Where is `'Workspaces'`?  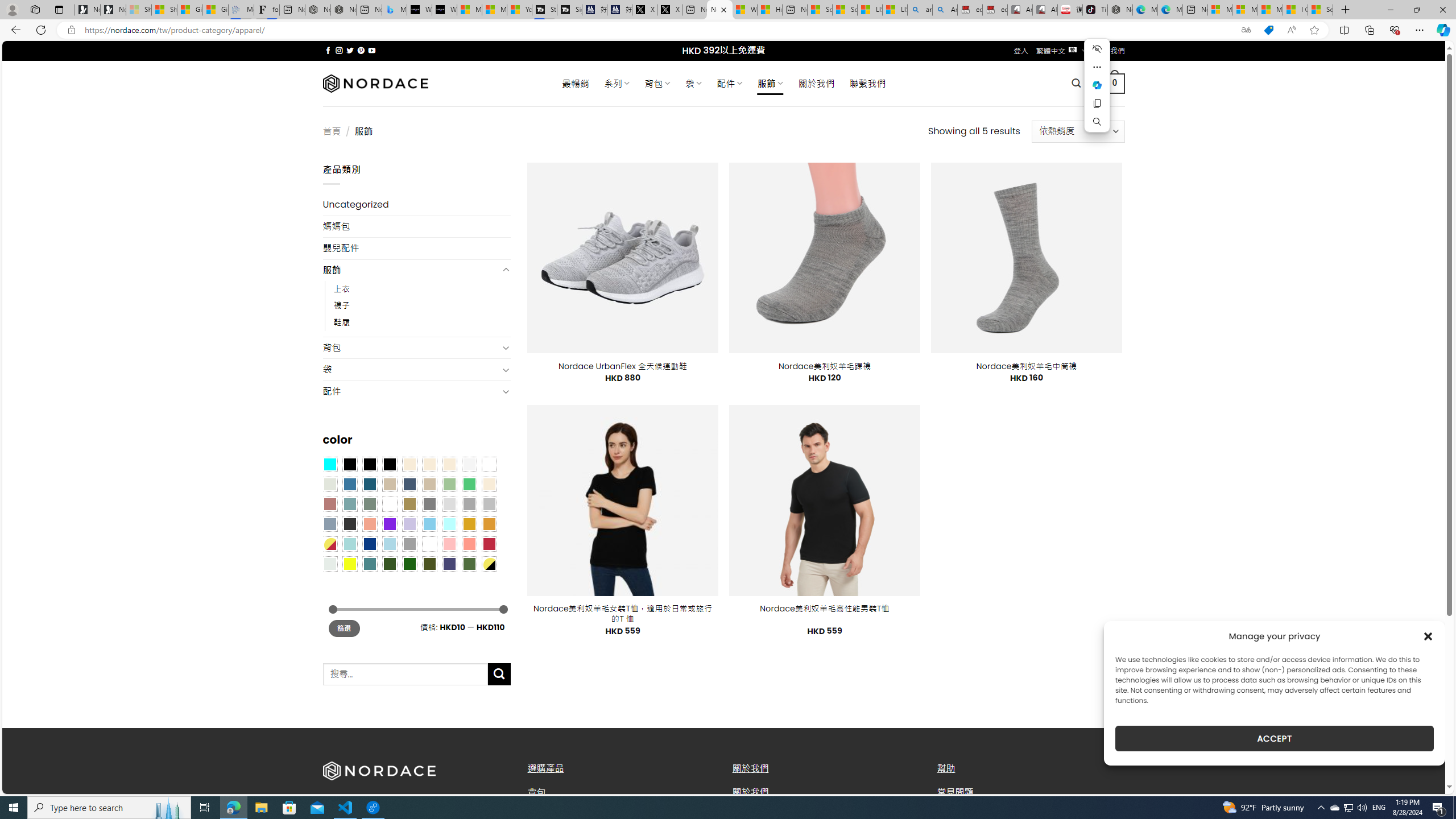
'Workspaces' is located at coordinates (35, 9).